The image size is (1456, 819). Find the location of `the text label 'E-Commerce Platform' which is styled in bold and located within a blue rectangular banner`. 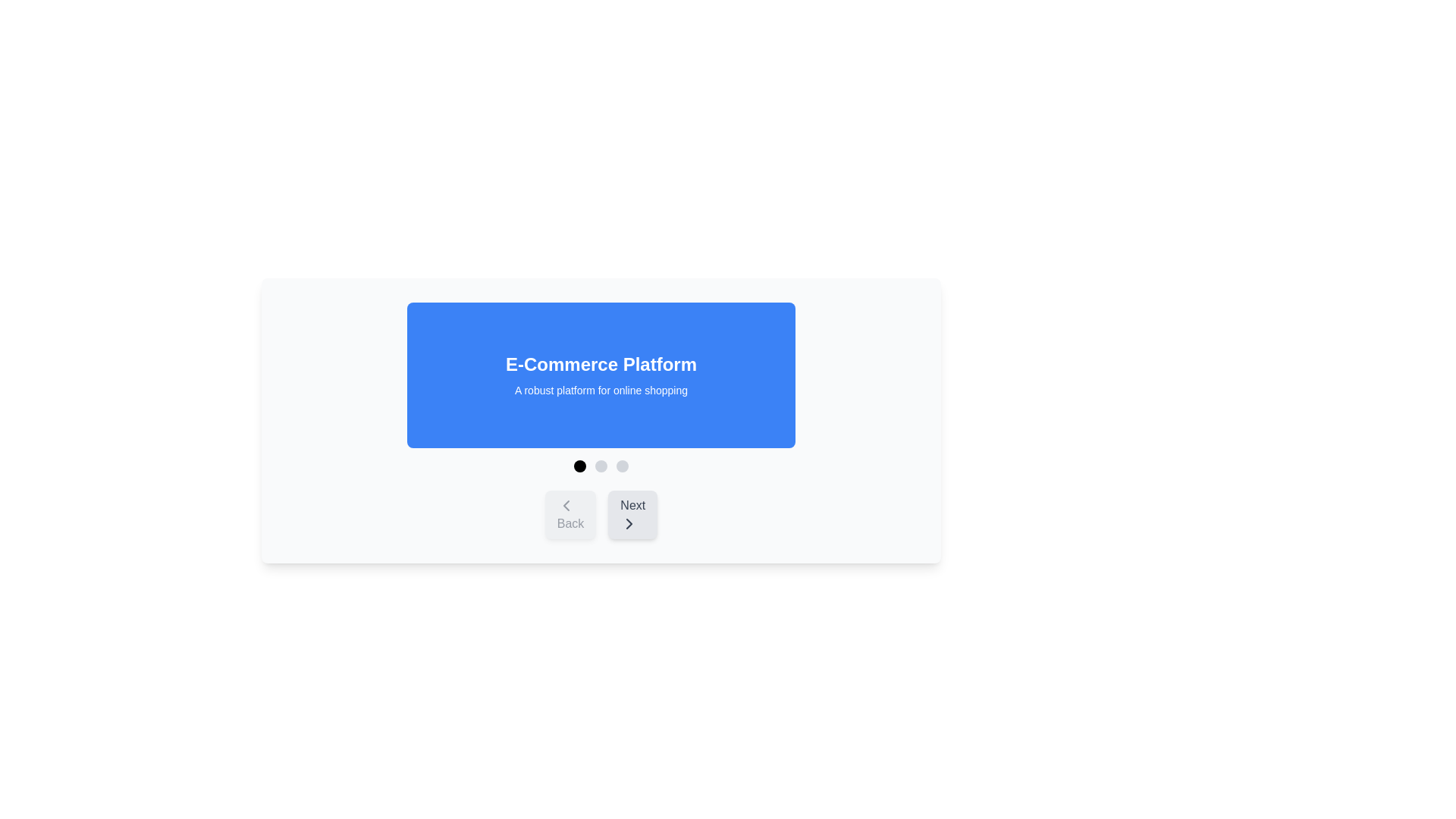

the text label 'E-Commerce Platform' which is styled in bold and located within a blue rectangular banner is located at coordinates (600, 365).